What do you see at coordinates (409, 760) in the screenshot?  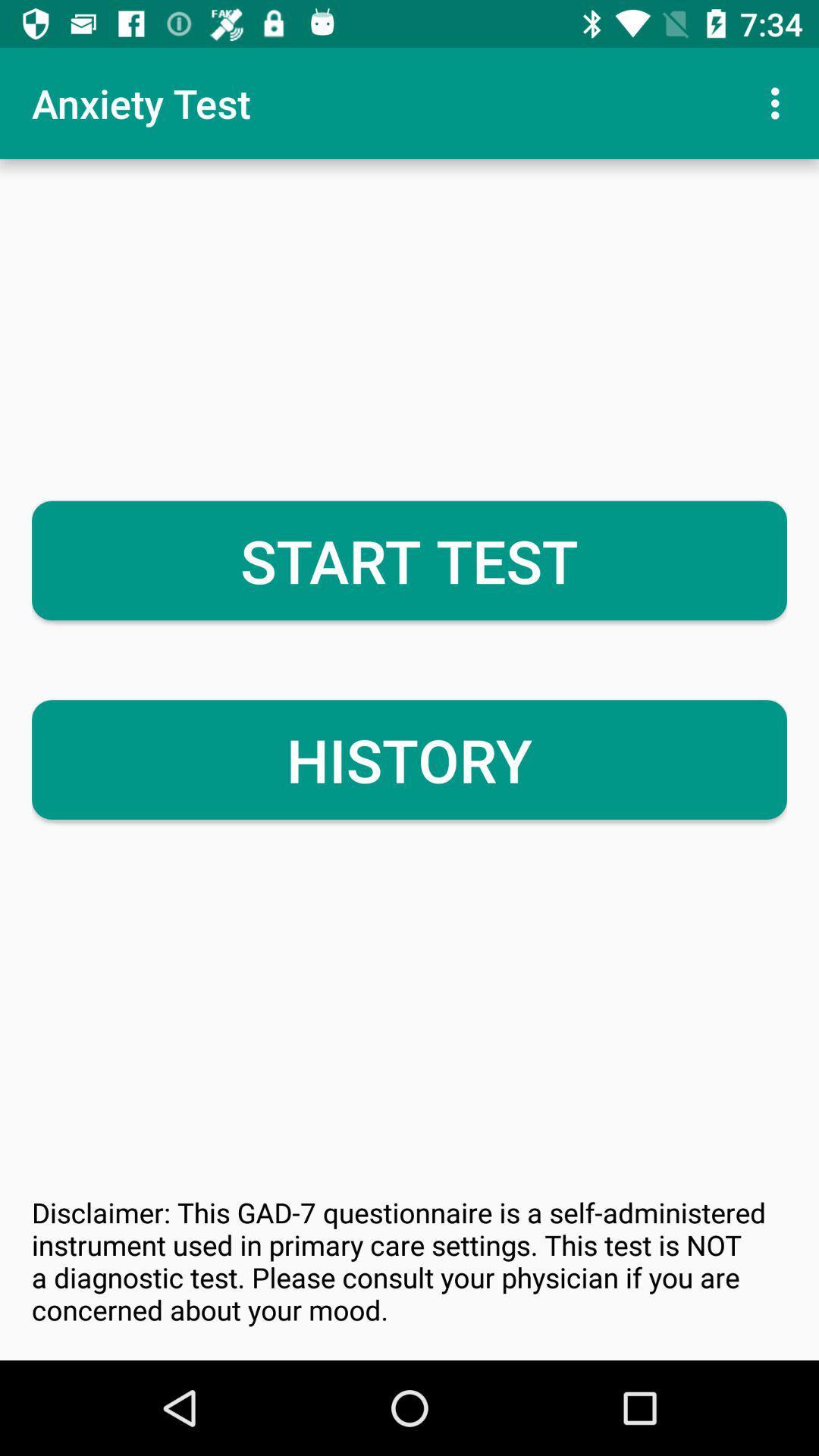 I see `the history icon` at bounding box center [409, 760].